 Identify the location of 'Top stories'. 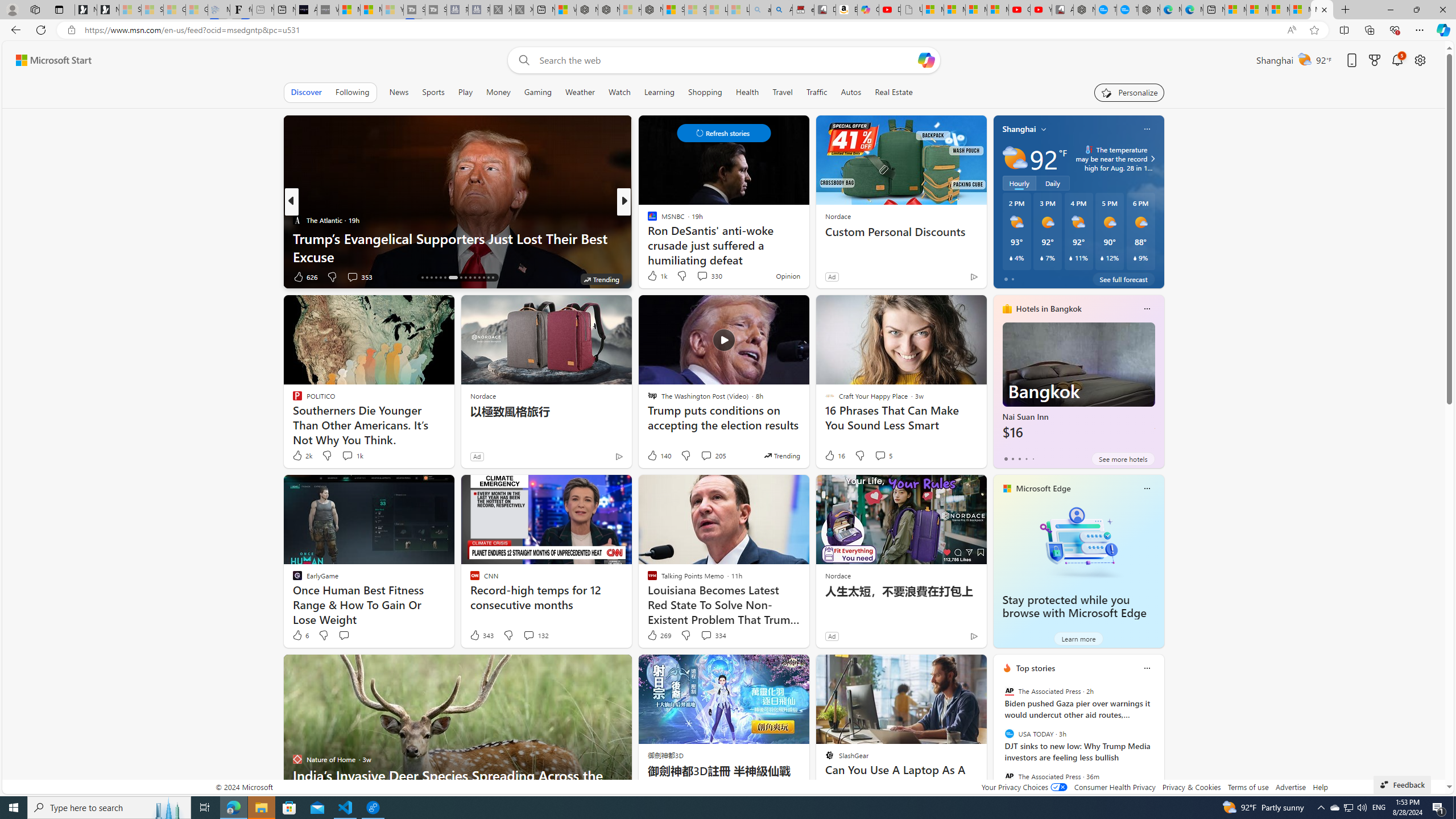
(1036, 668).